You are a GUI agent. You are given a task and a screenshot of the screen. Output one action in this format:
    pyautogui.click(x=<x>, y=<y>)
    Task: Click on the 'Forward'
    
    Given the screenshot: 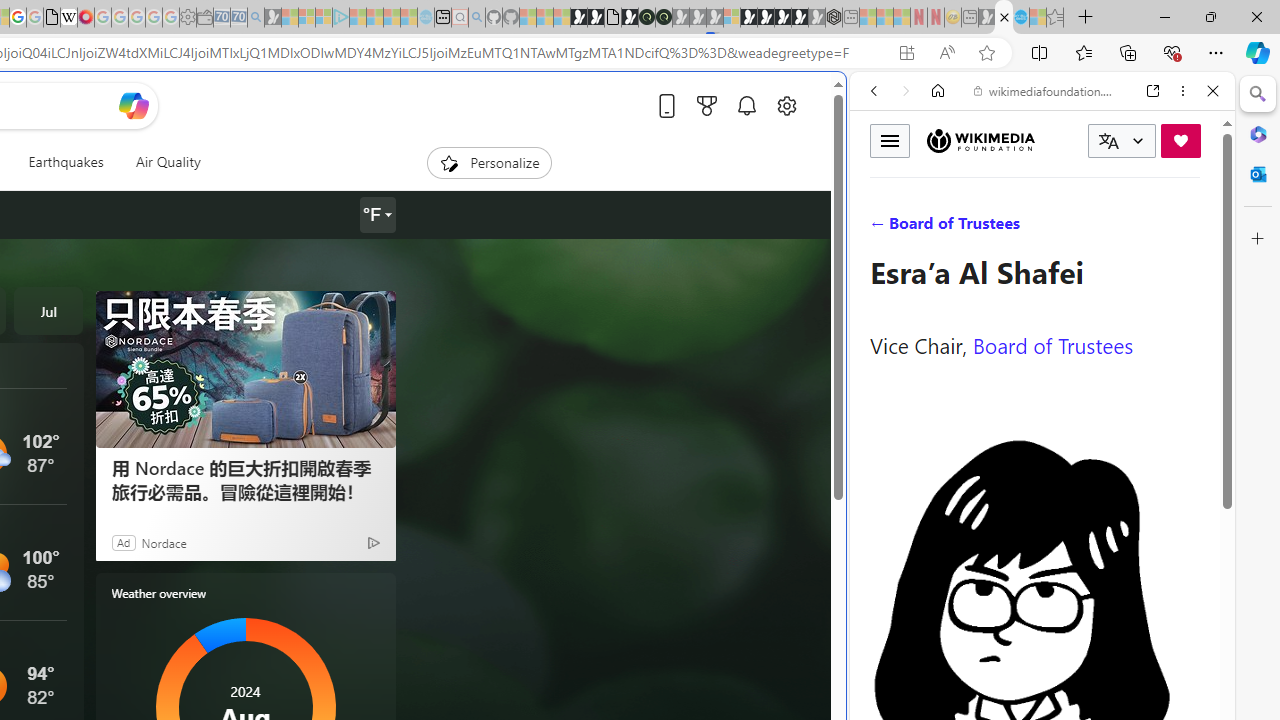 What is the action you would take?
    pyautogui.click(x=905, y=91)
    